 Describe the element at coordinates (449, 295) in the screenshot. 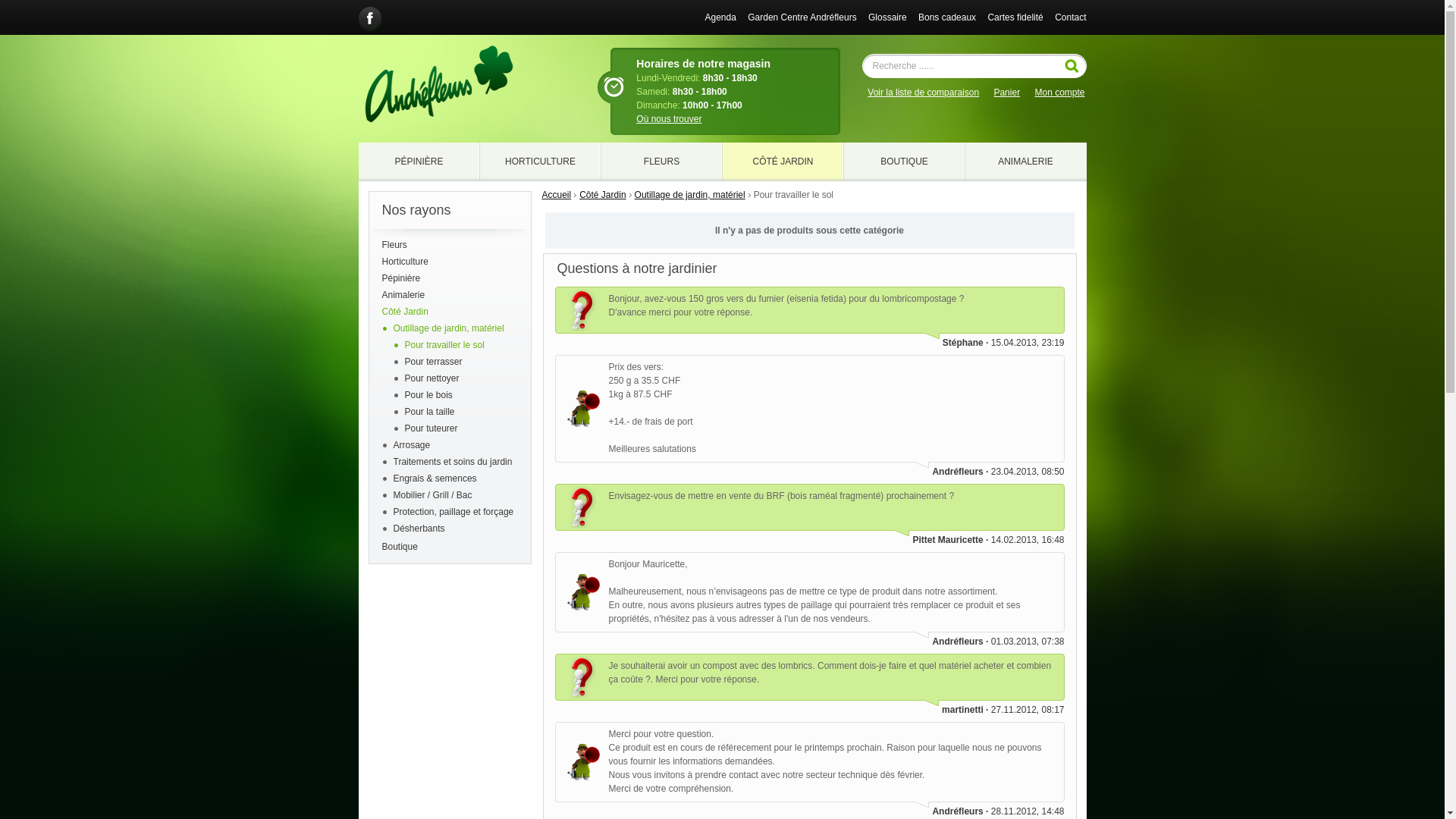

I see `'Animalerie'` at that location.